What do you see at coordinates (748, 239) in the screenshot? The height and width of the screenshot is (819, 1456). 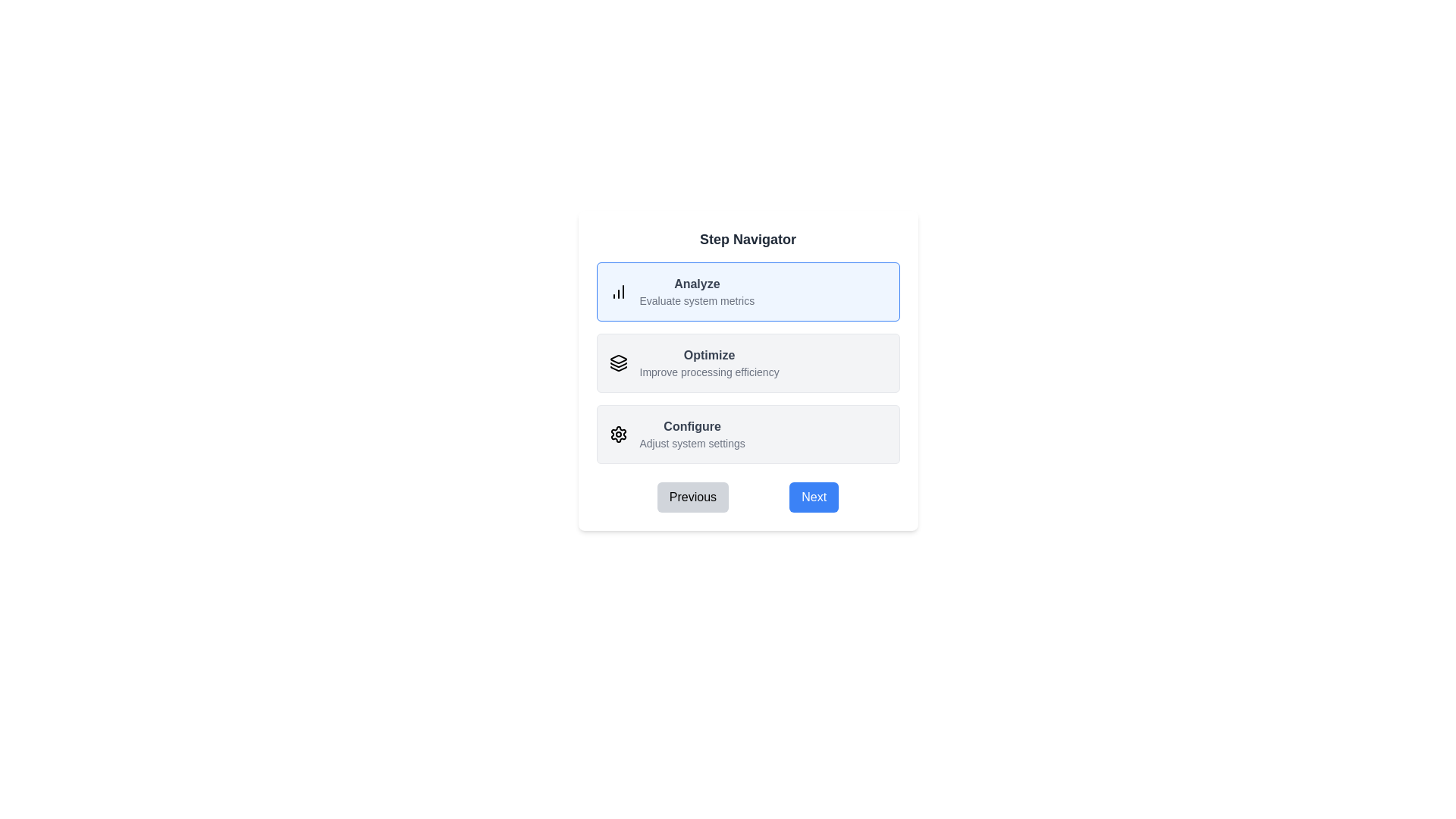 I see `the static header text that indicates the section for navigating through steps, located at the top center of a white rounded box, above the options 'Analyze', 'Optimize', and 'Configure'` at bounding box center [748, 239].